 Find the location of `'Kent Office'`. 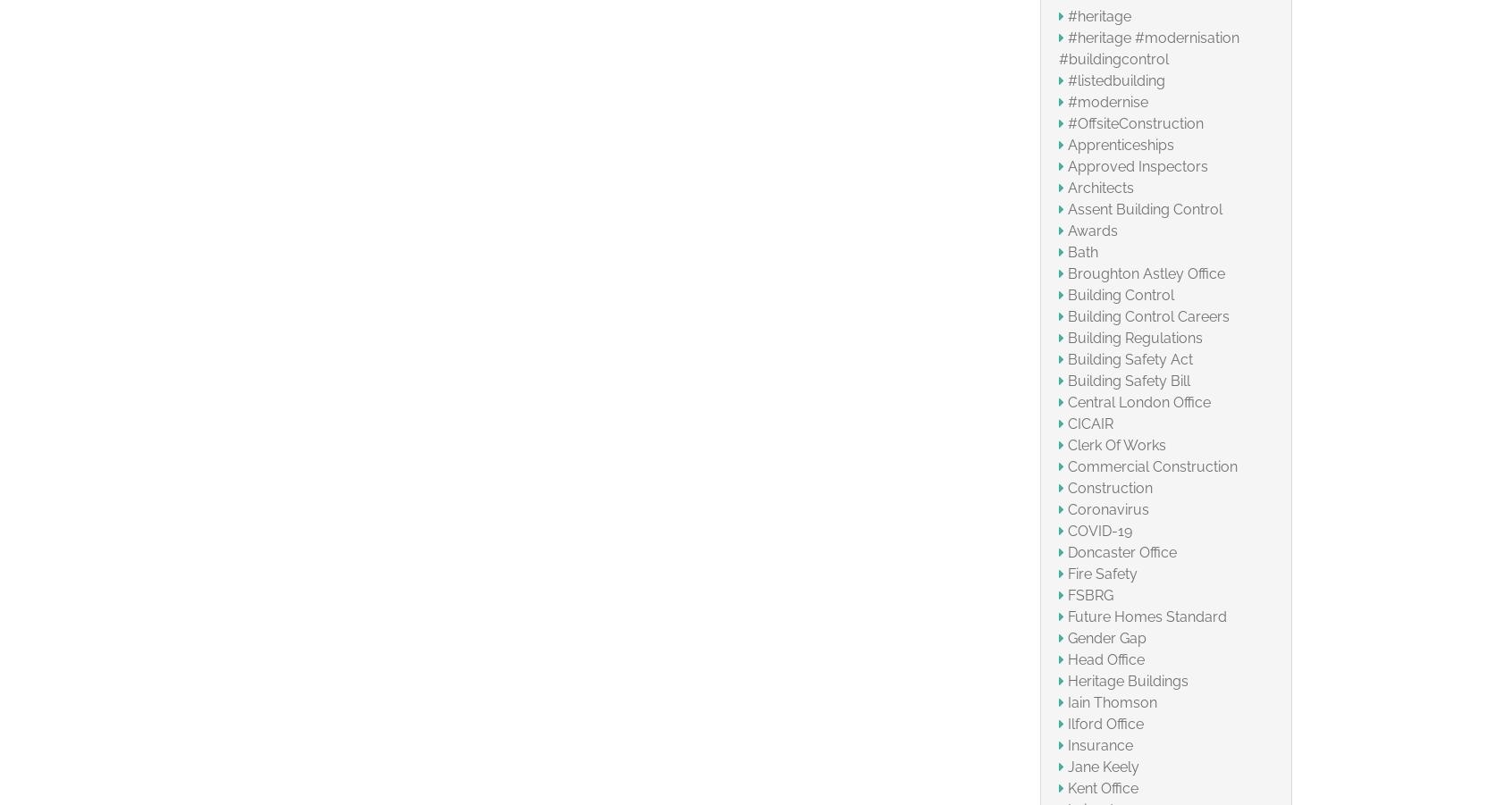

'Kent Office' is located at coordinates (1102, 787).